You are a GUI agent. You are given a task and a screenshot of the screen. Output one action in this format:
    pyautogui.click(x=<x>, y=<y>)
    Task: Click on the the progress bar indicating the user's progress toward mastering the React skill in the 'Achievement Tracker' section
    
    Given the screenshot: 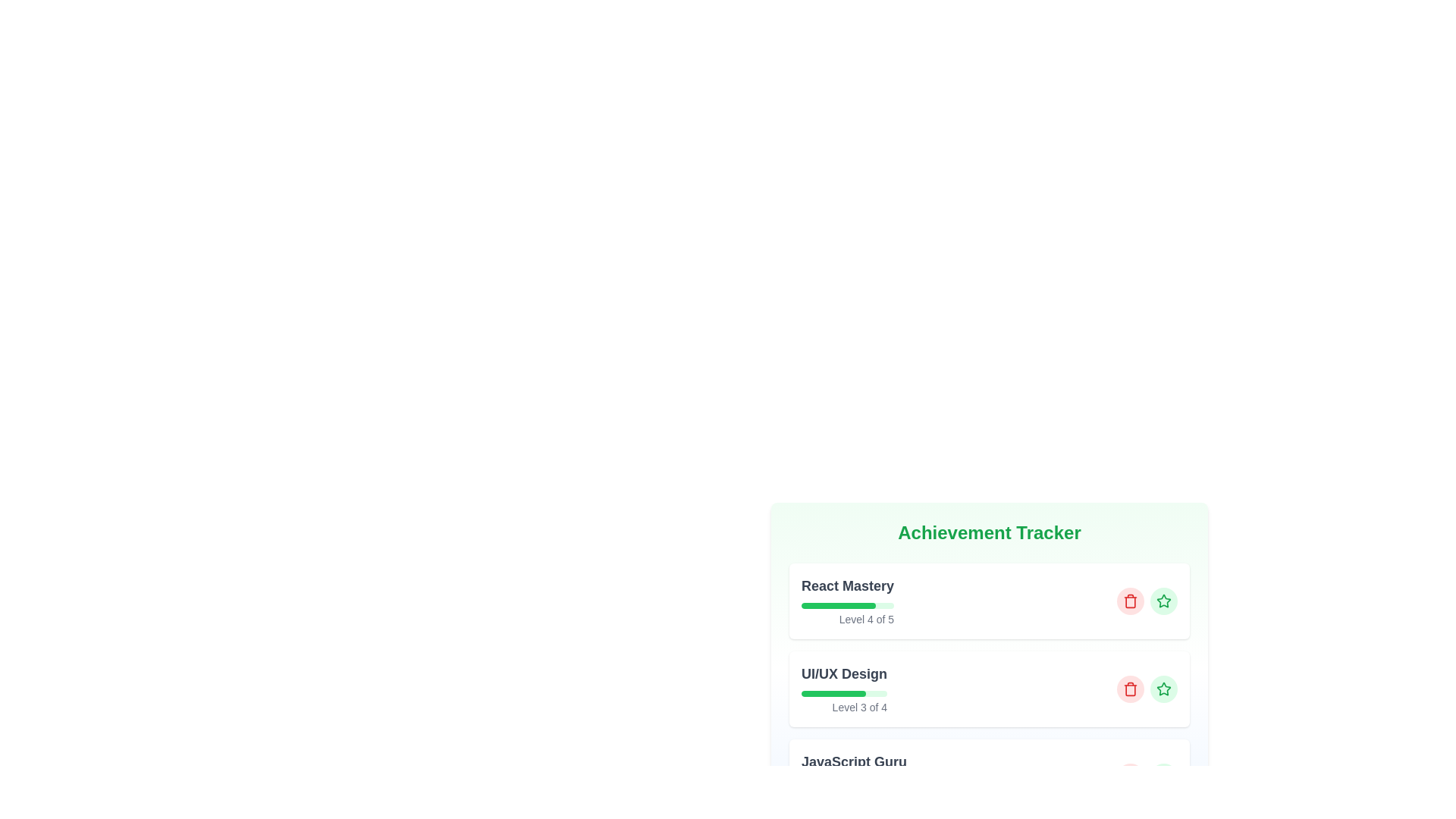 What is the action you would take?
    pyautogui.click(x=837, y=604)
    